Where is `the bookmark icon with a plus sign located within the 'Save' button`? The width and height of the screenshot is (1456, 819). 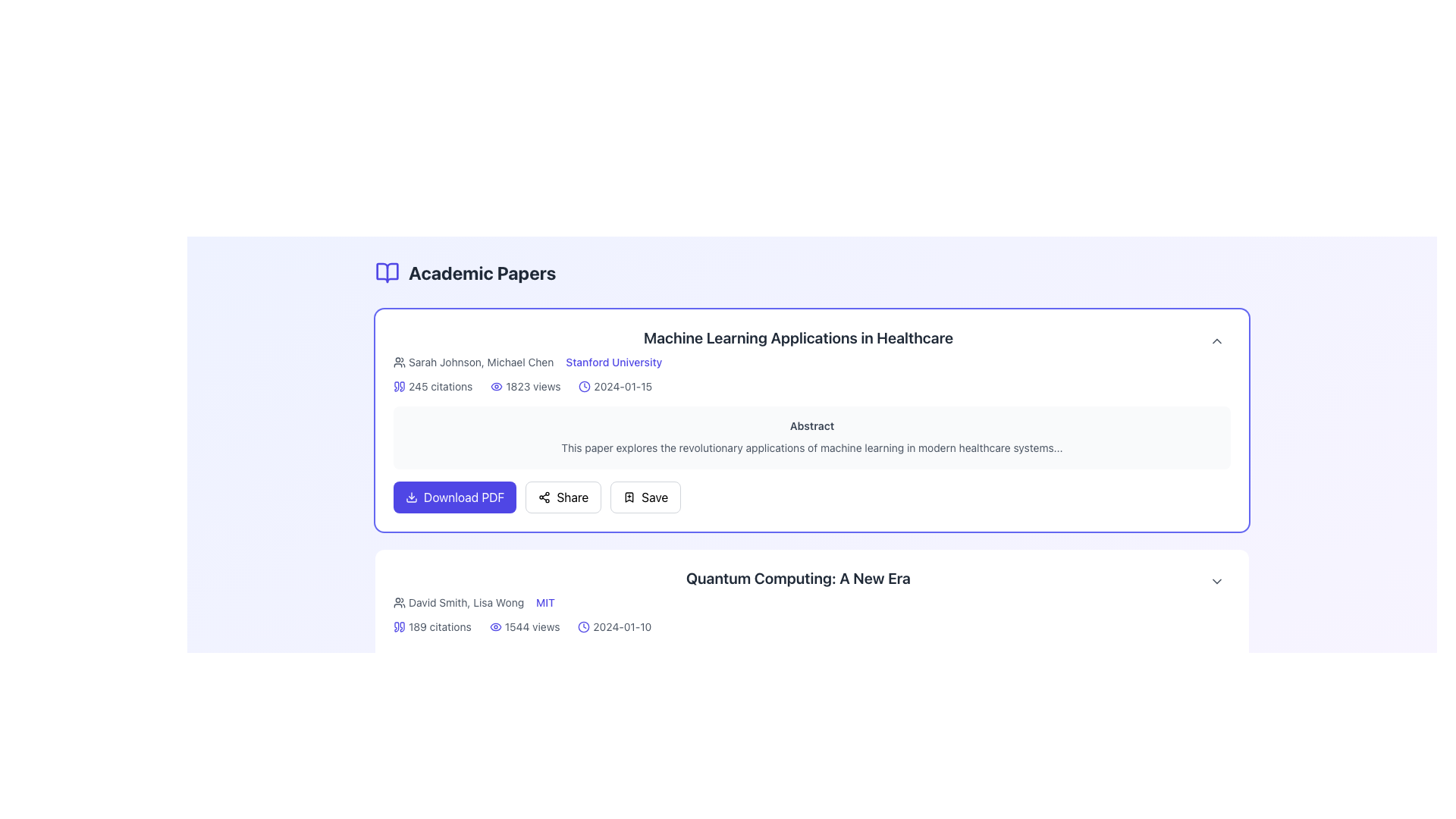
the bookmark icon with a plus sign located within the 'Save' button is located at coordinates (629, 497).